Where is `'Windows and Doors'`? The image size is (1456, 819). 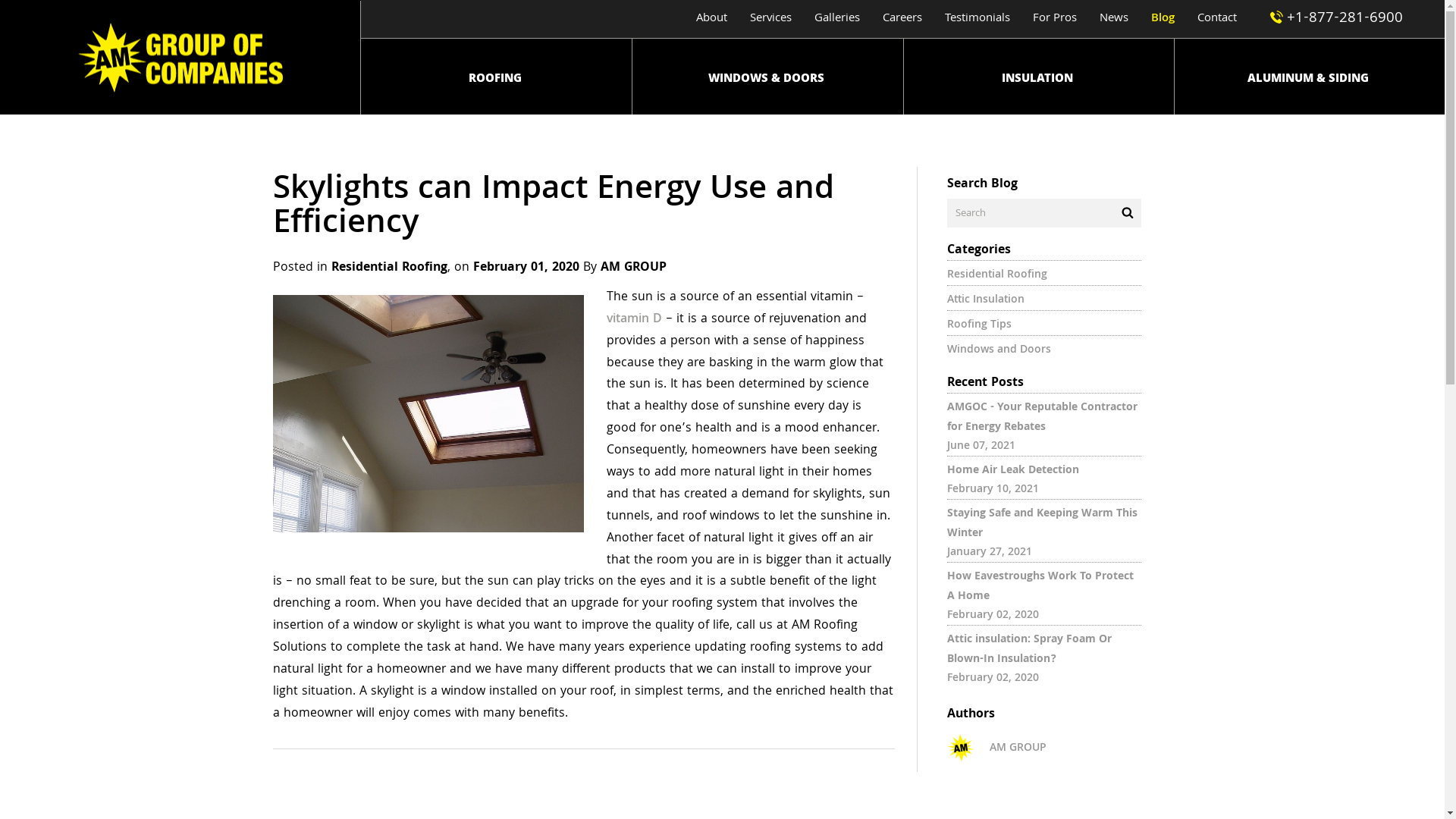 'Windows and Doors' is located at coordinates (999, 350).